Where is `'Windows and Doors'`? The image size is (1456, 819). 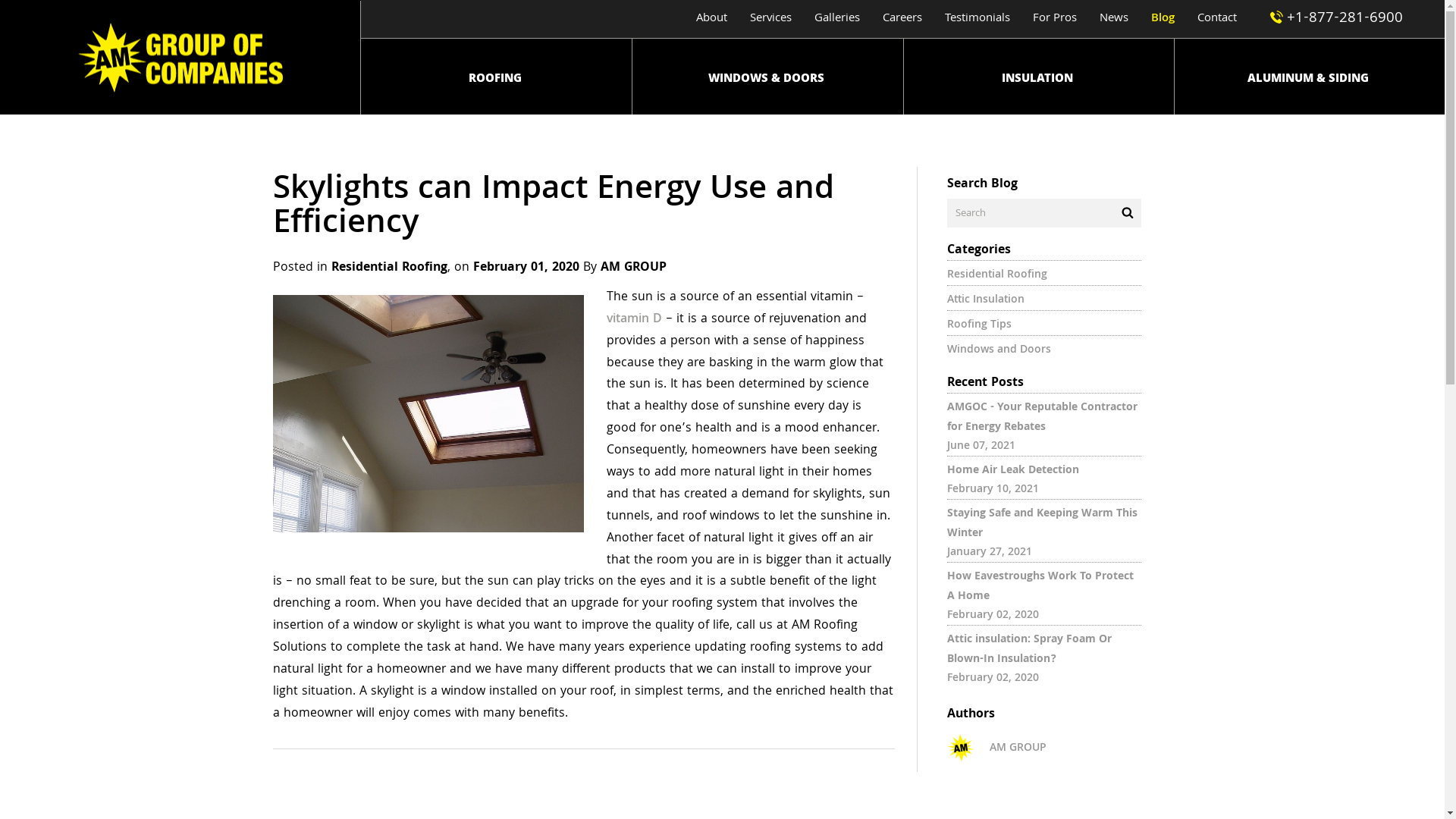 'Windows and Doors' is located at coordinates (999, 350).